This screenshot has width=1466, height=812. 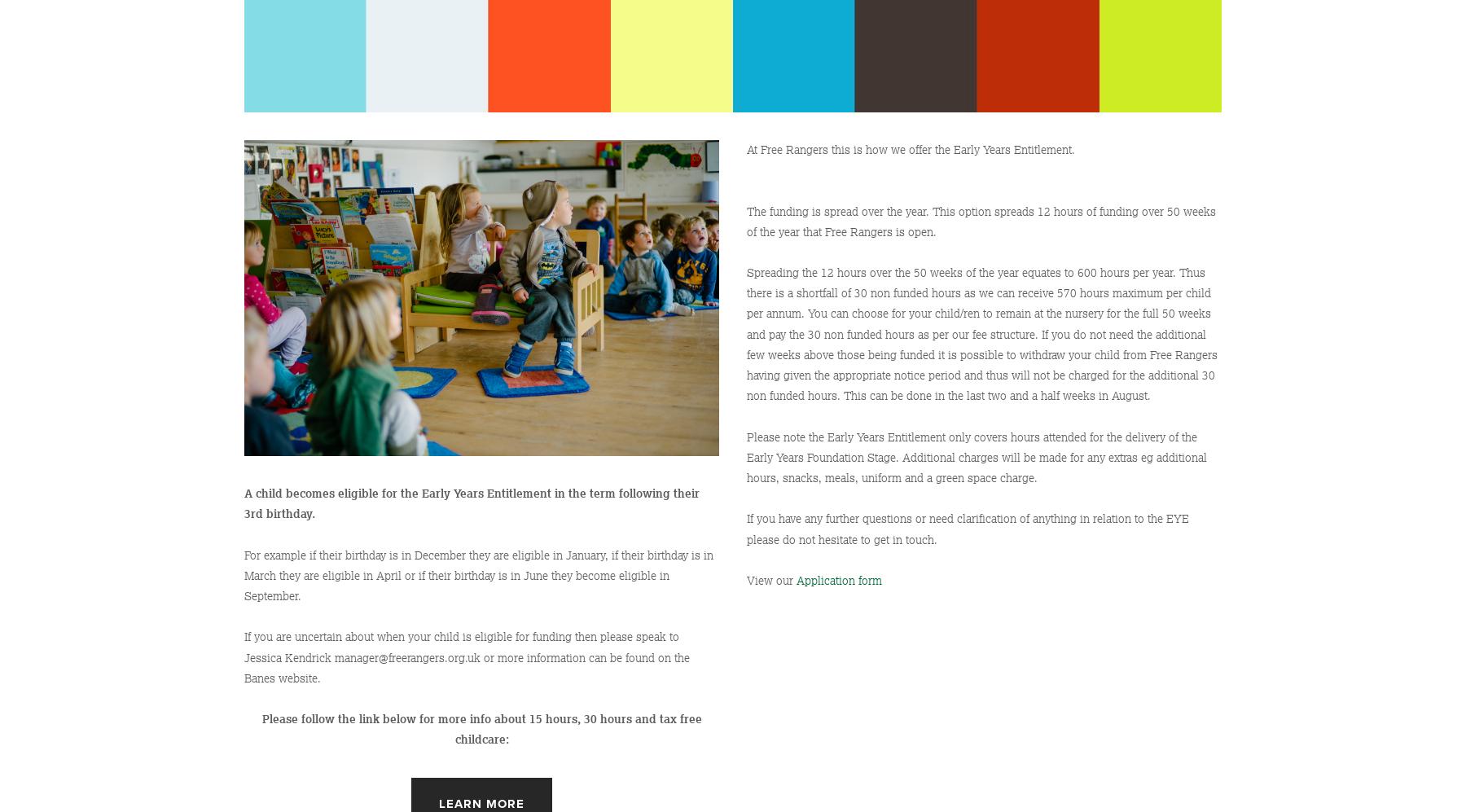 What do you see at coordinates (745, 220) in the screenshot?
I see `'The funding is spread over the year. This option spreads 12 hours of funding over 50 weeks of the year that Free Rangers is open.'` at bounding box center [745, 220].